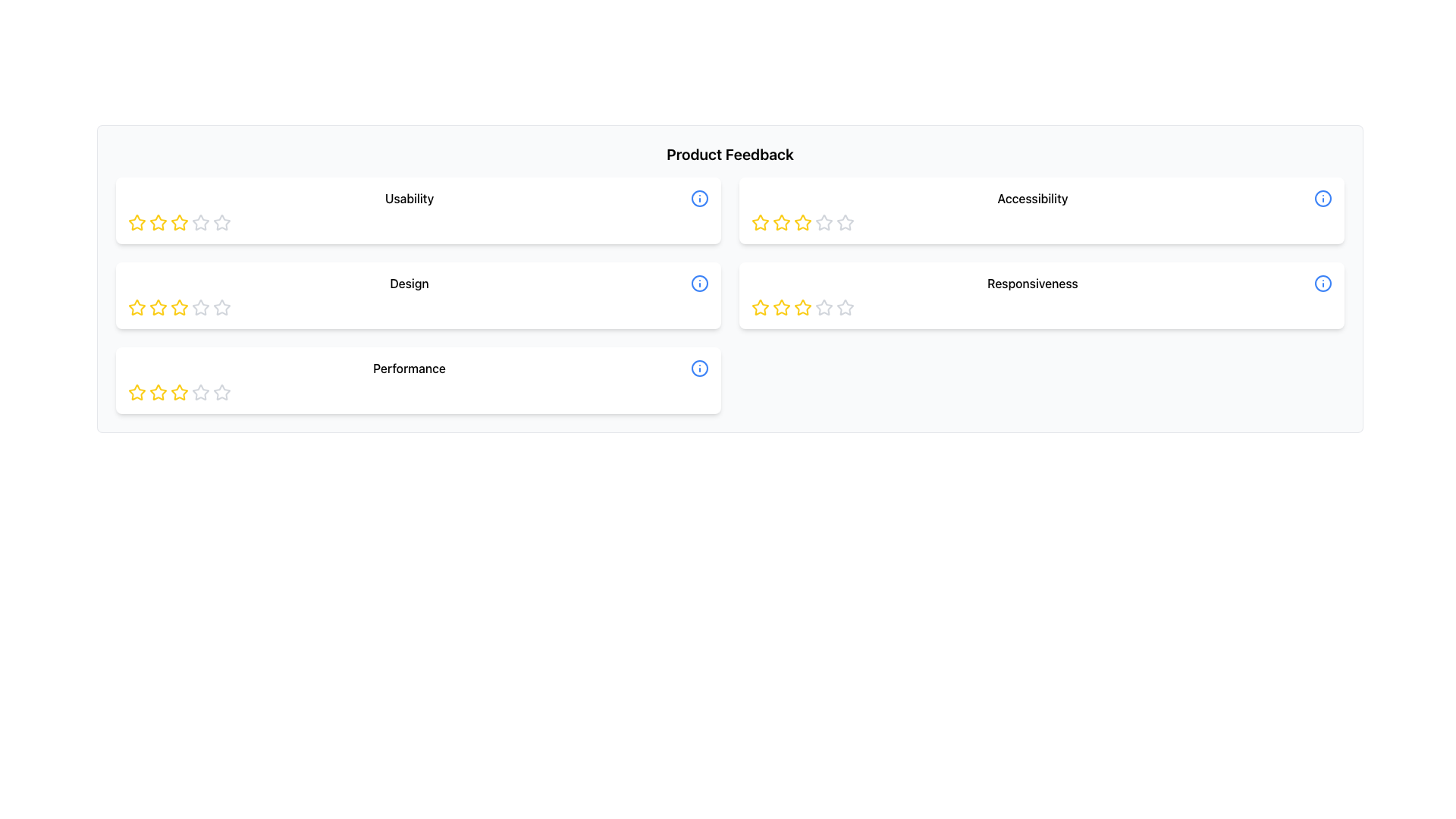 The image size is (1456, 819). I want to click on the fifth unselected rating star in the Accessibility category of the Product Feedback interface, so click(844, 222).